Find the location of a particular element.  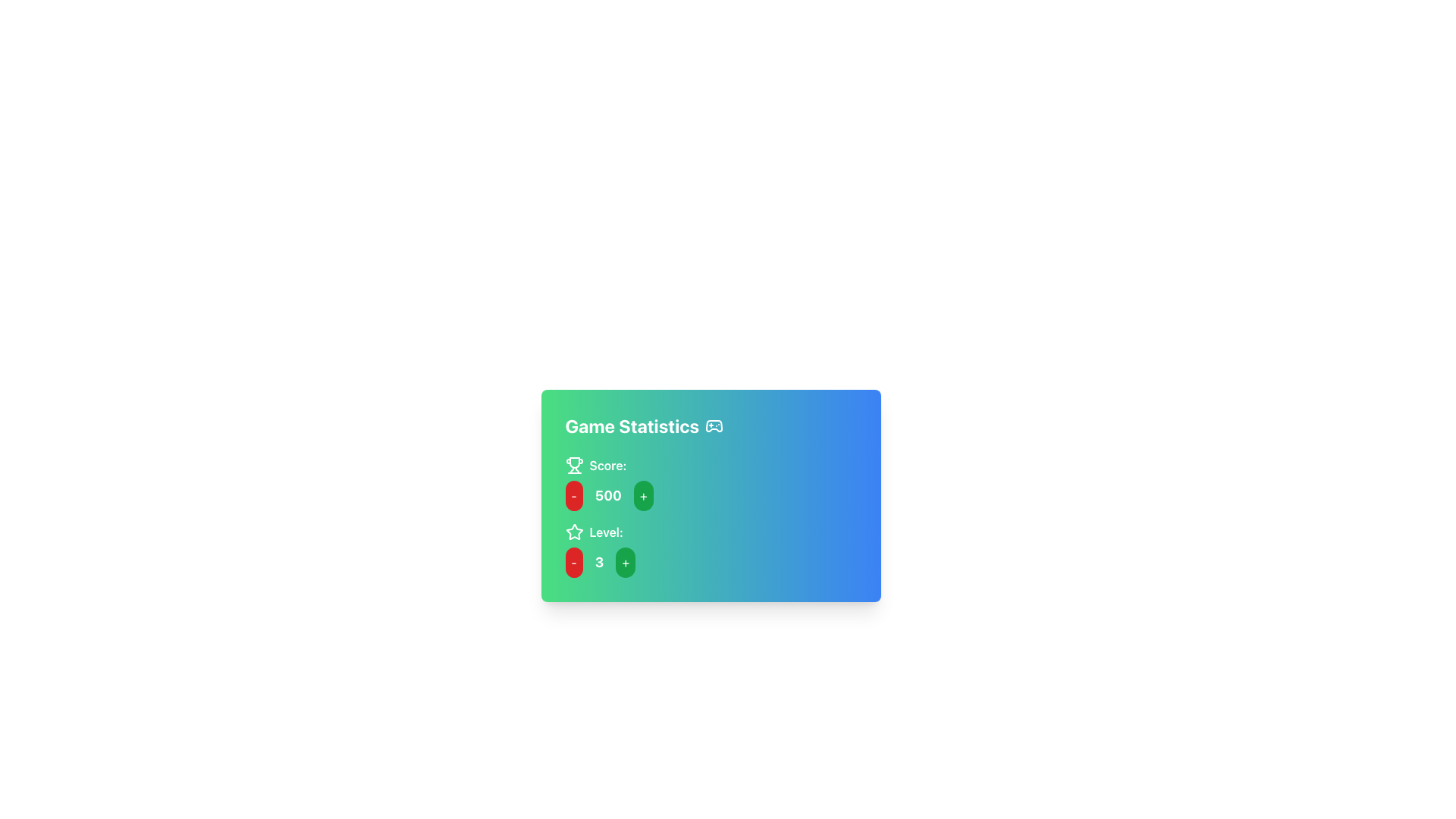

the increment button located to the right of the numeric display labeled 'Score' and the red circular '-' button is located at coordinates (643, 496).